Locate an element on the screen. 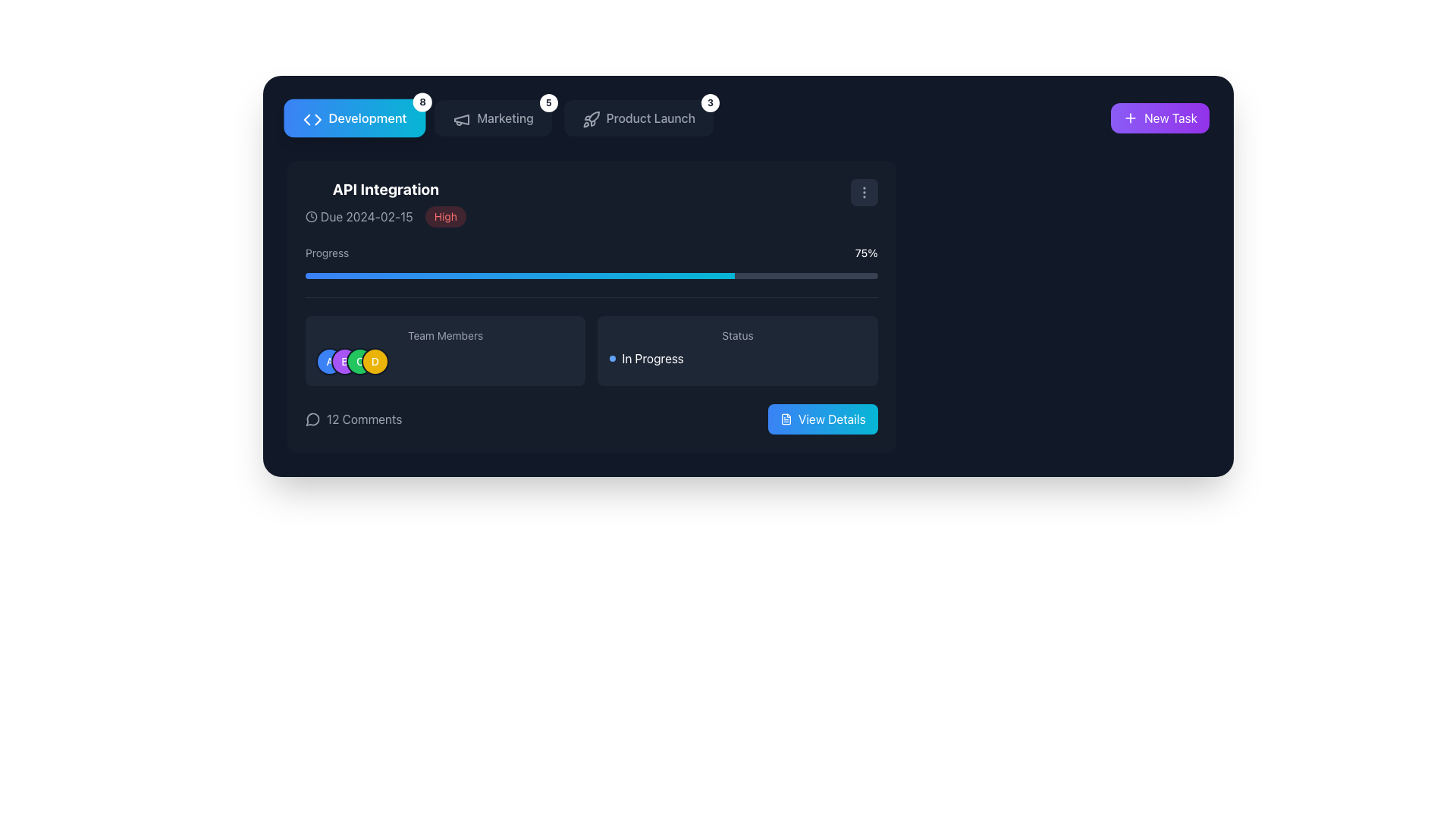  the SVG circle component that represents the clock icon within the card for 'API Integration', located at the top-left region of the card is located at coordinates (311, 216).